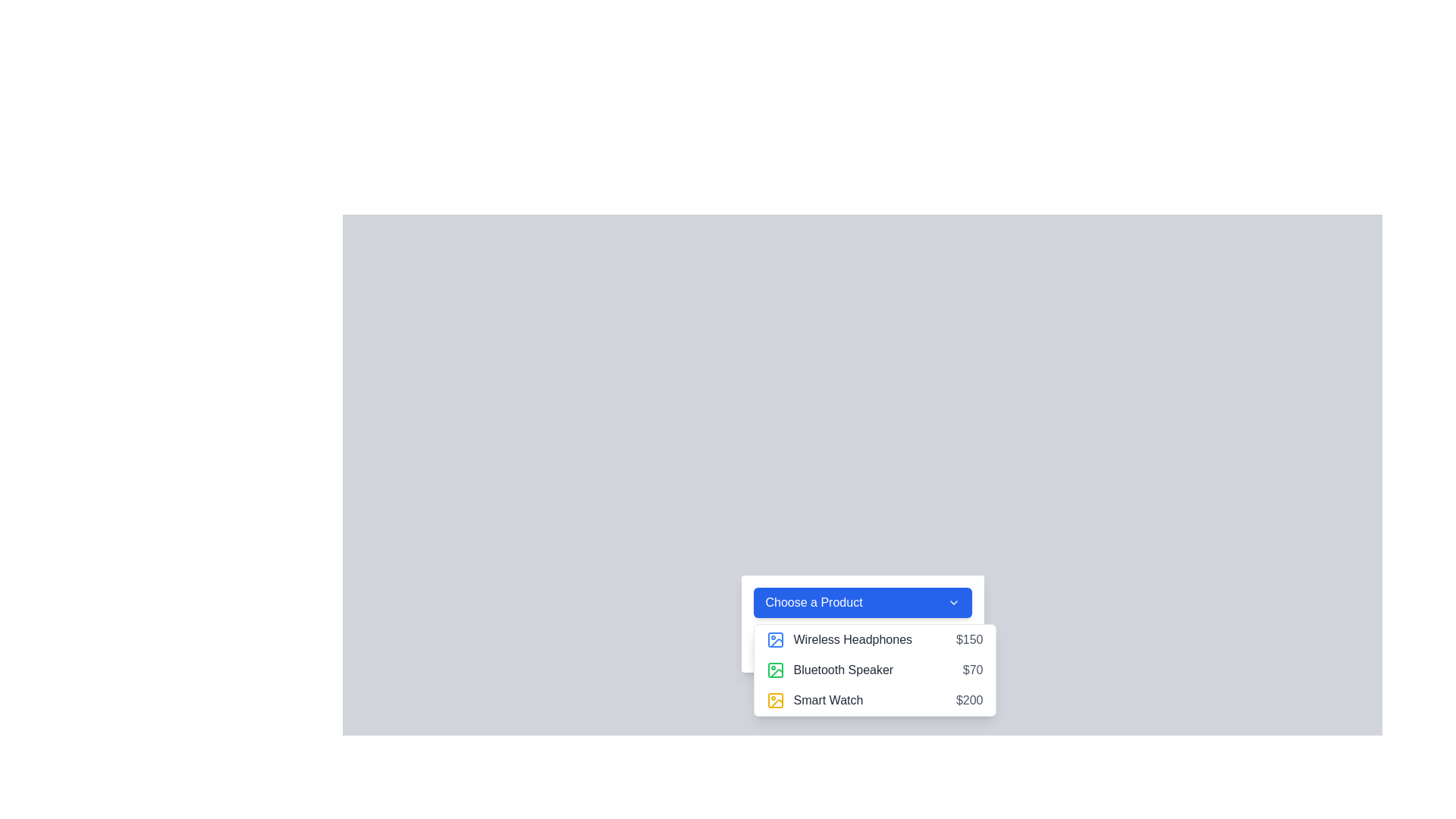  What do you see at coordinates (775, 701) in the screenshot?
I see `the visual icon located at the end of the dropdown menu next to the 'Smart Watch $200' text` at bounding box center [775, 701].